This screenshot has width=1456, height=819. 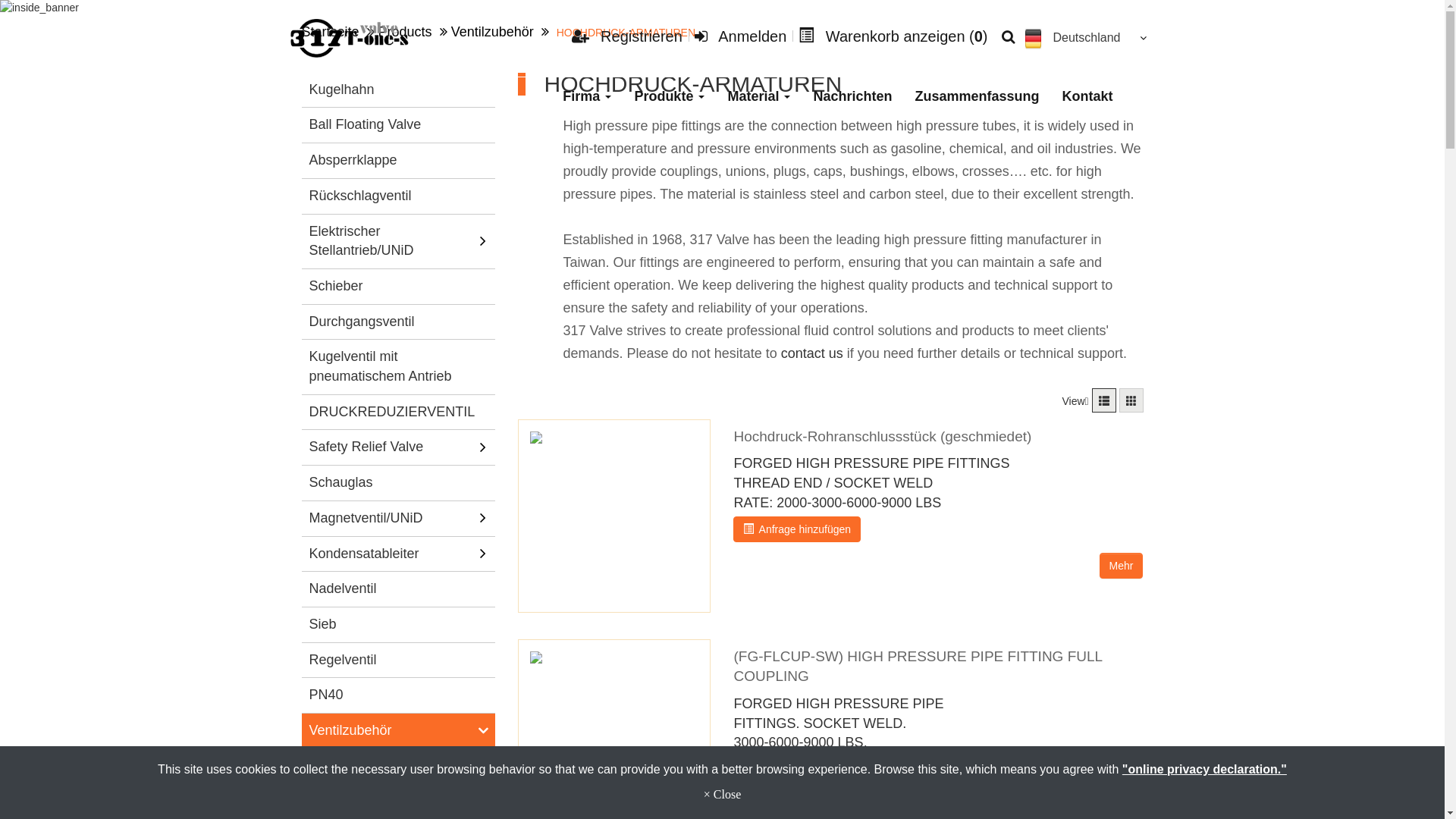 I want to click on '"online privacy declaration."', so click(x=1203, y=769).